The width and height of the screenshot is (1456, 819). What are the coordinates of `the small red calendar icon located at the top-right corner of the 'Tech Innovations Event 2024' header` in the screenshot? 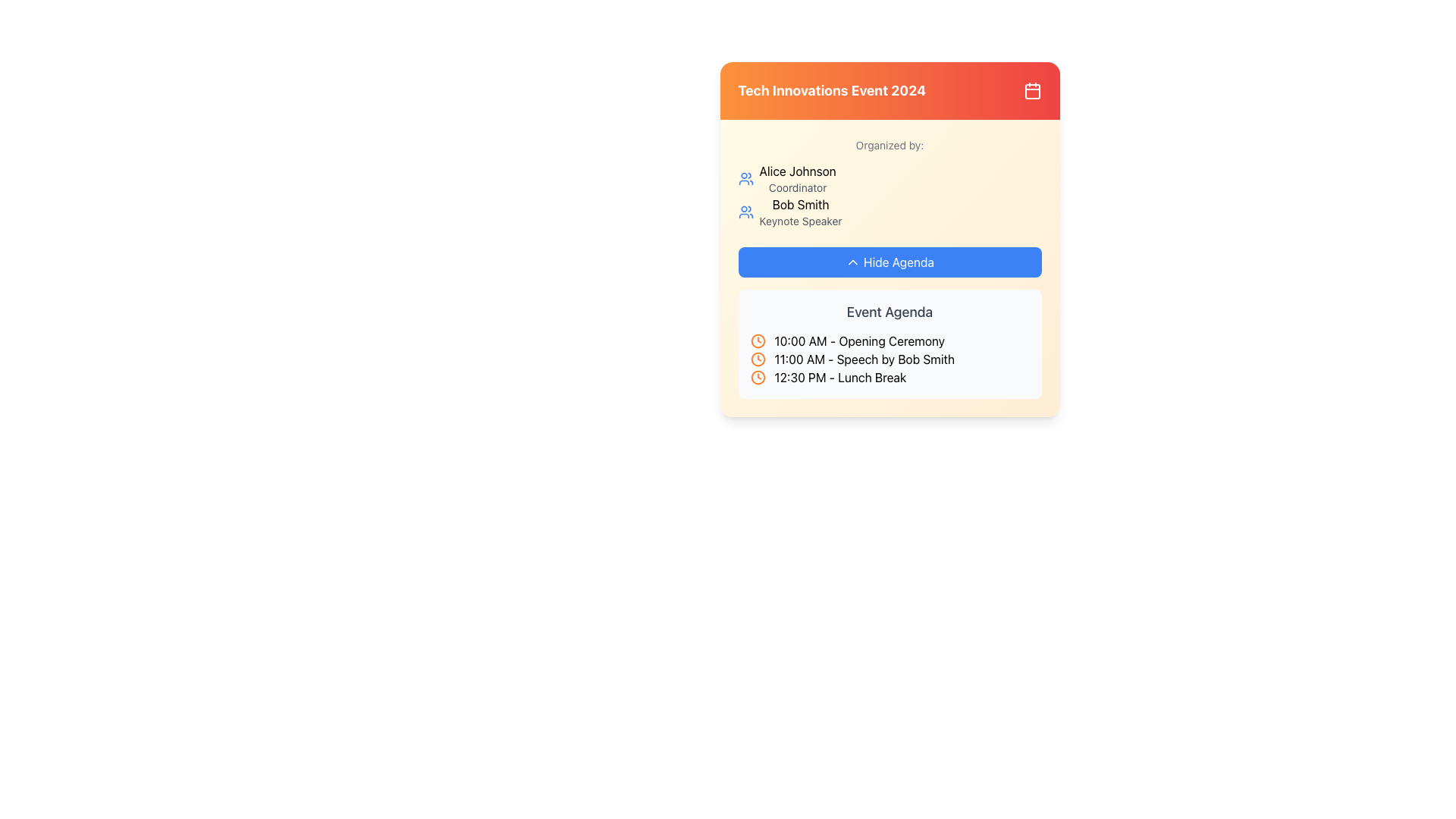 It's located at (1031, 90).